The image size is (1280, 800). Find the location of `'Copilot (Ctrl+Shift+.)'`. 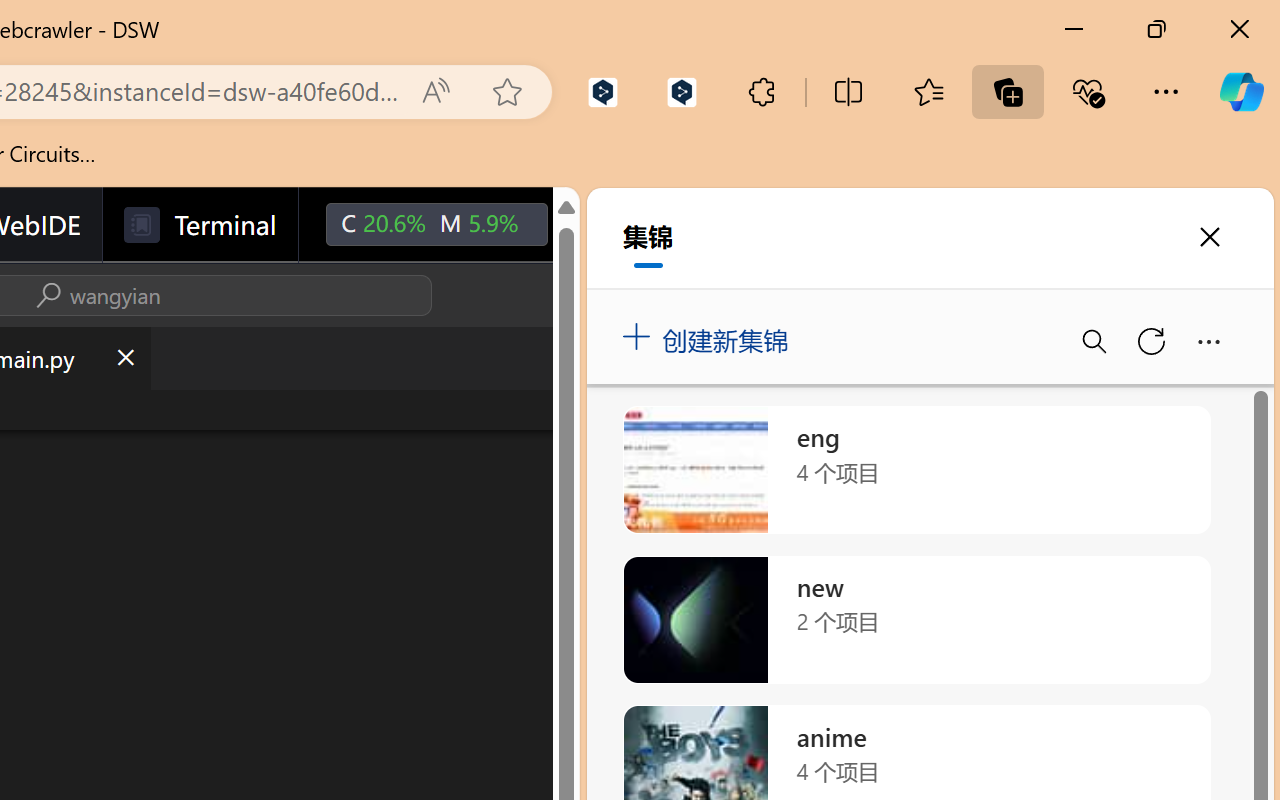

'Copilot (Ctrl+Shift+.)' is located at coordinates (1240, 91).